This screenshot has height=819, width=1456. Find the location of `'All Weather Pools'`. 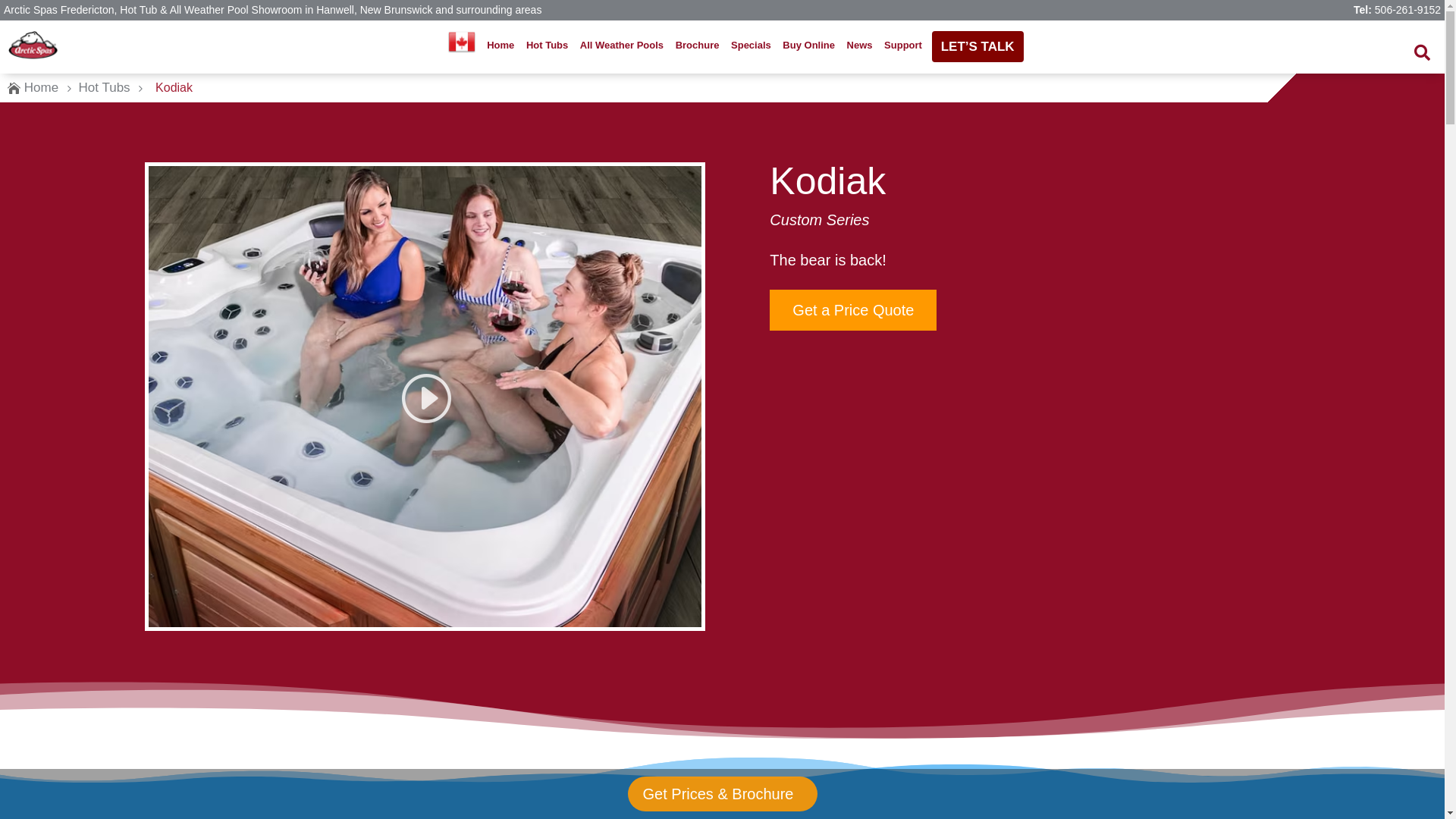

'All Weather Pools' is located at coordinates (622, 44).